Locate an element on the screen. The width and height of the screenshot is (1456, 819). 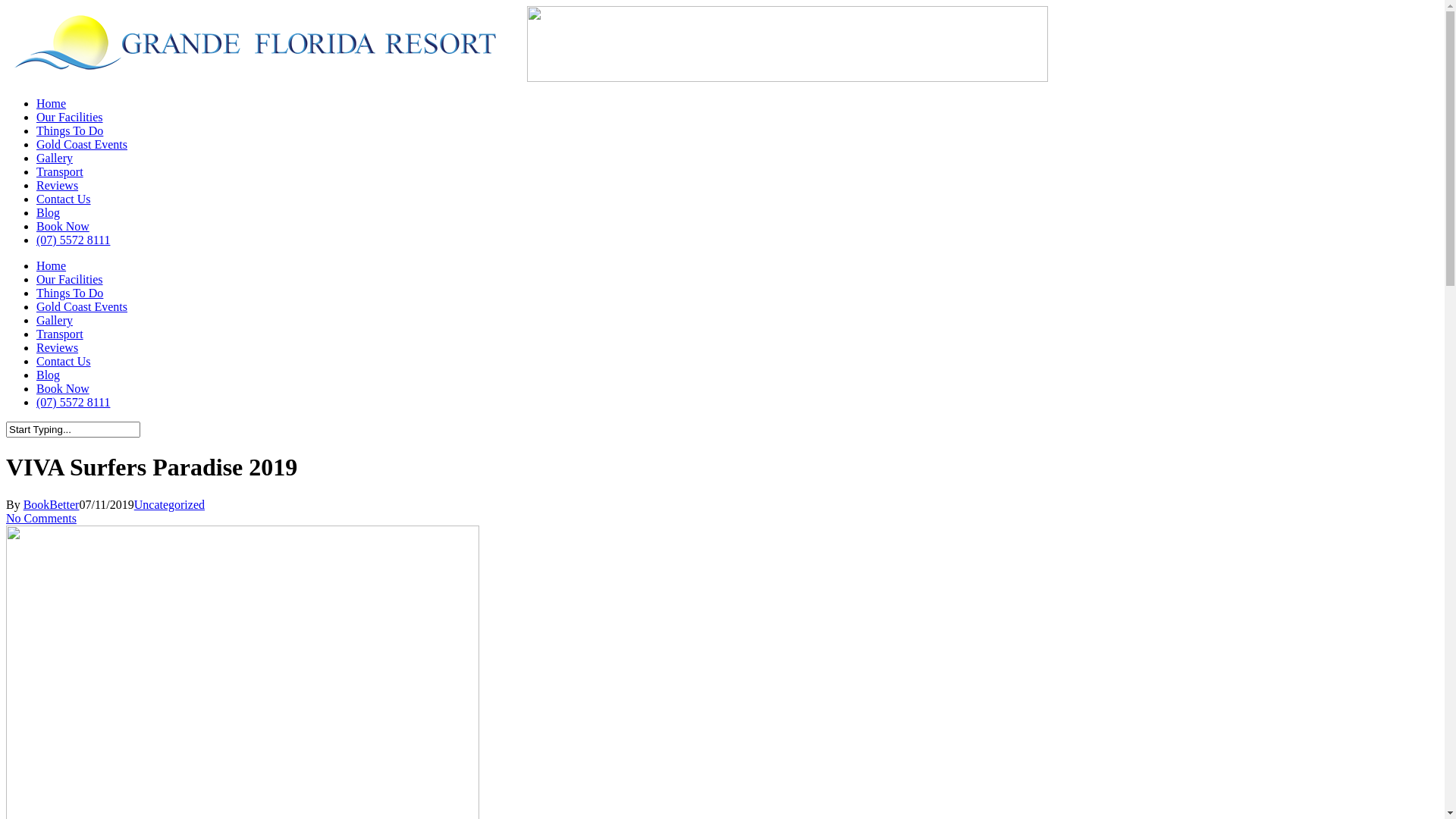
'(07) 5572 8111' is located at coordinates (72, 239).